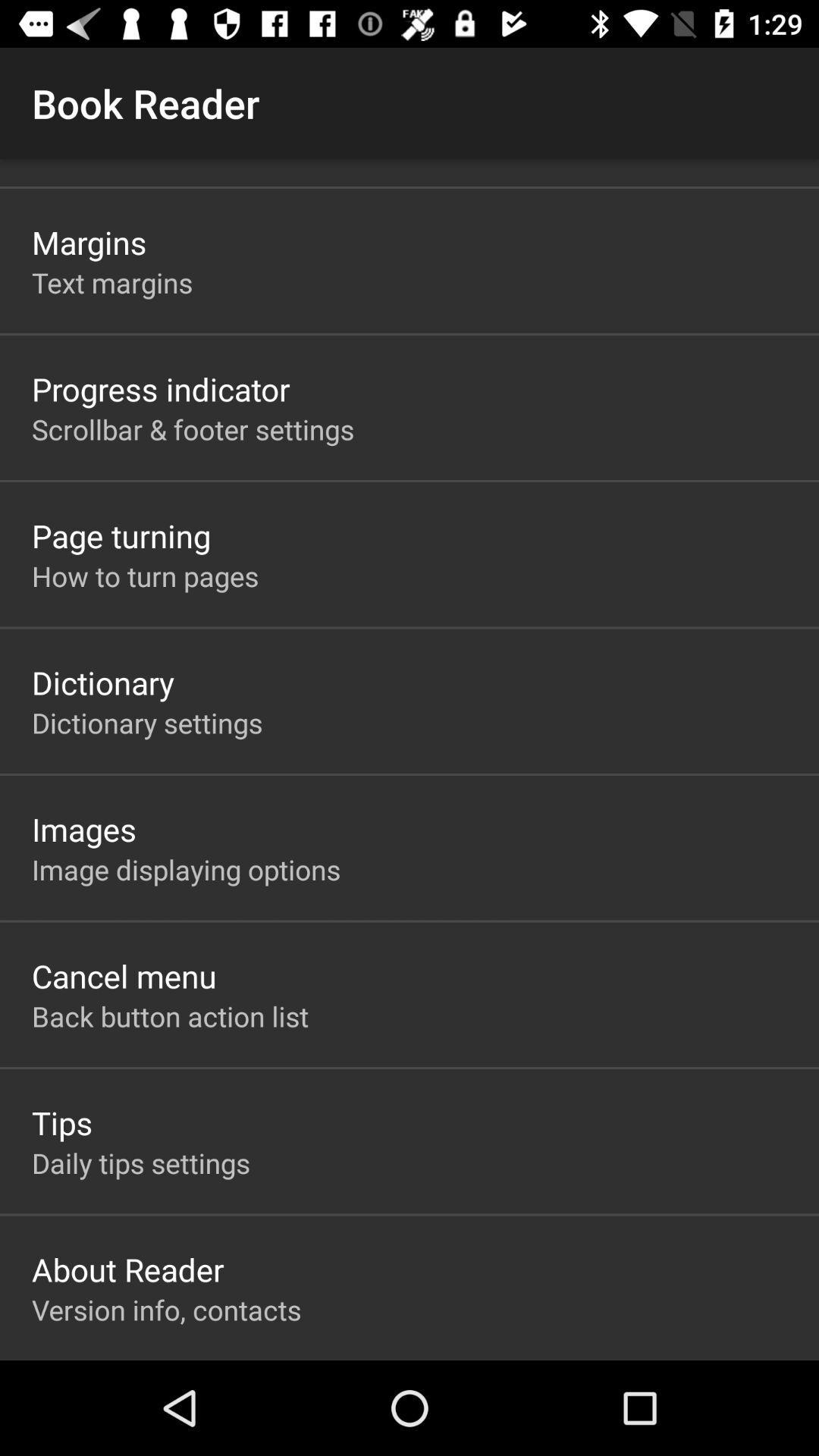 This screenshot has width=819, height=1456. I want to click on dictionary settings app, so click(147, 722).